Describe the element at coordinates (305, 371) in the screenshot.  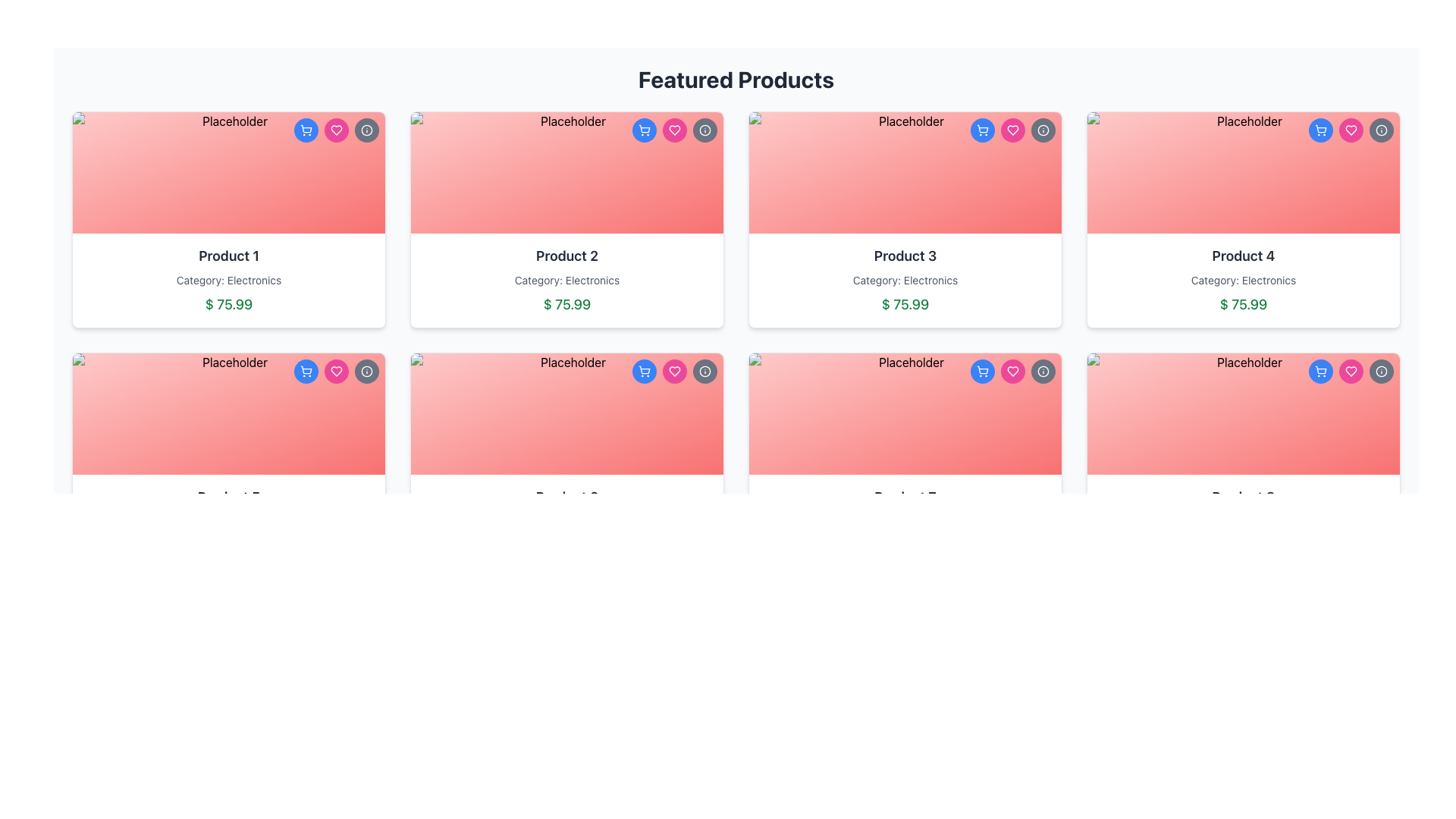
I see `the circular blue button with a white shopping cart icon located at the top-right of the product card` at that location.